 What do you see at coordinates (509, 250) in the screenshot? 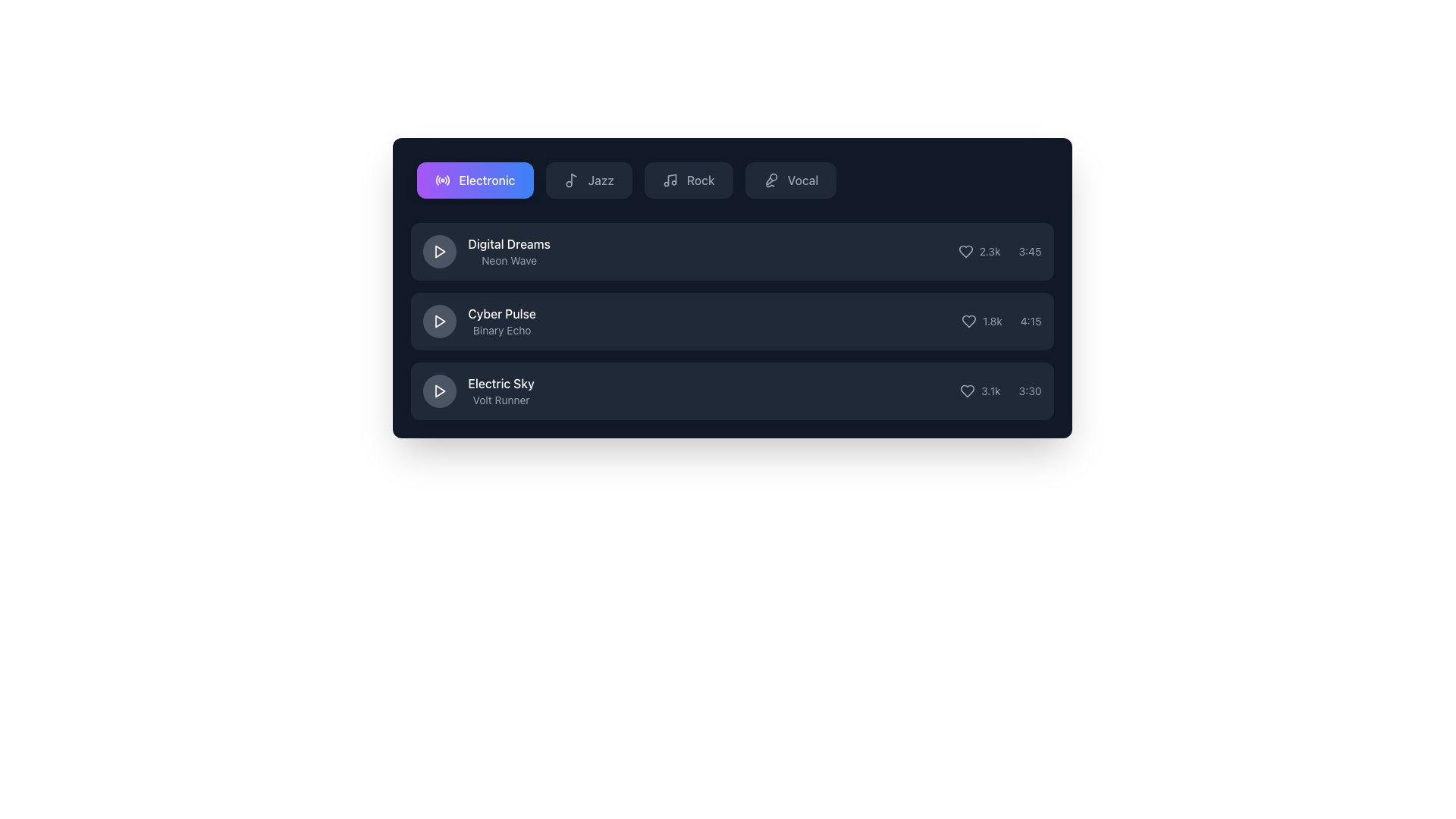
I see `the Text label displaying 'Digital Dreams' and 'Neon Wave', which is located within a dark blue rectangular area to the right of a circular play button` at bounding box center [509, 250].